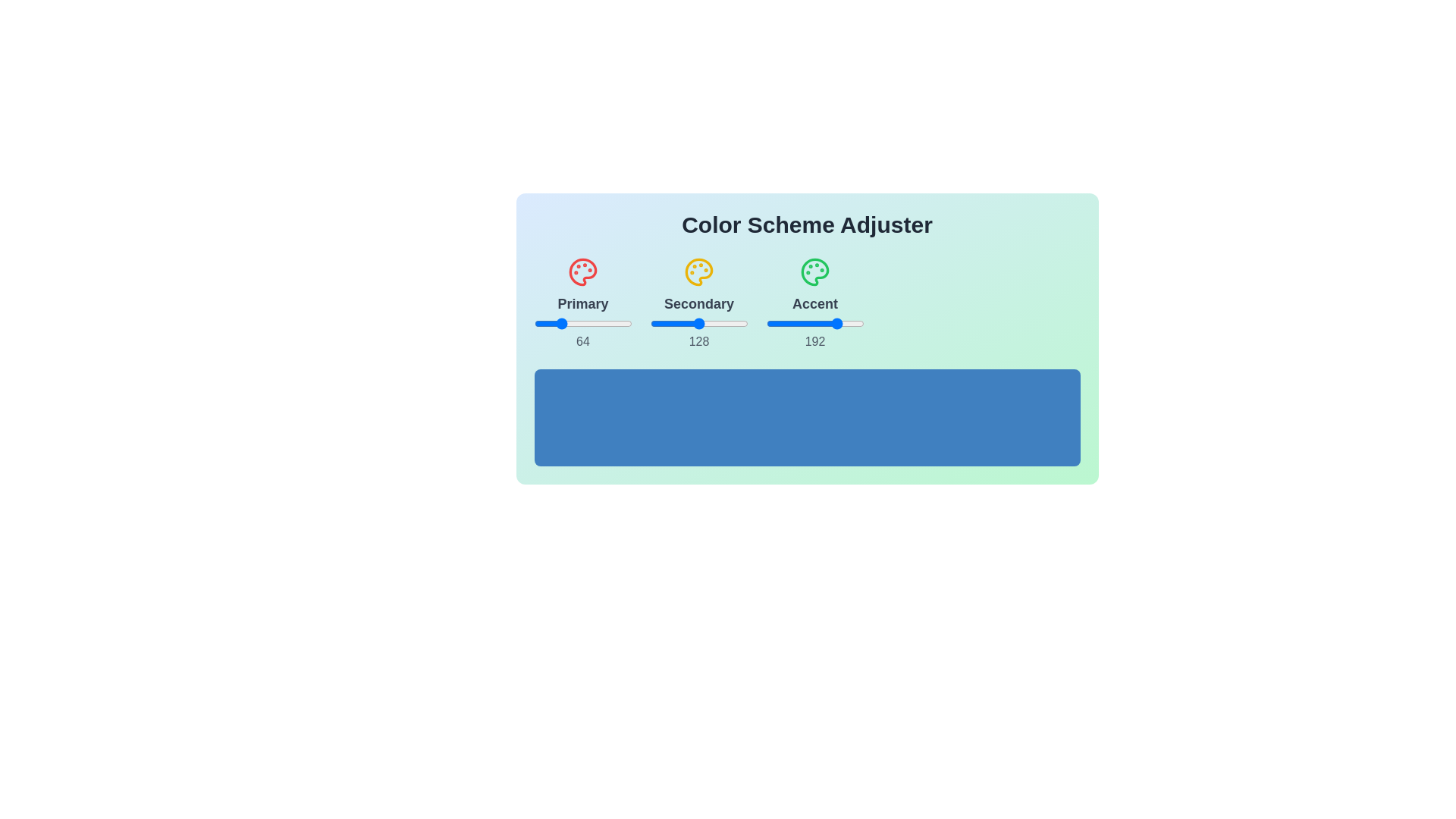  What do you see at coordinates (610, 323) in the screenshot?
I see `the 0 slider to 72` at bounding box center [610, 323].